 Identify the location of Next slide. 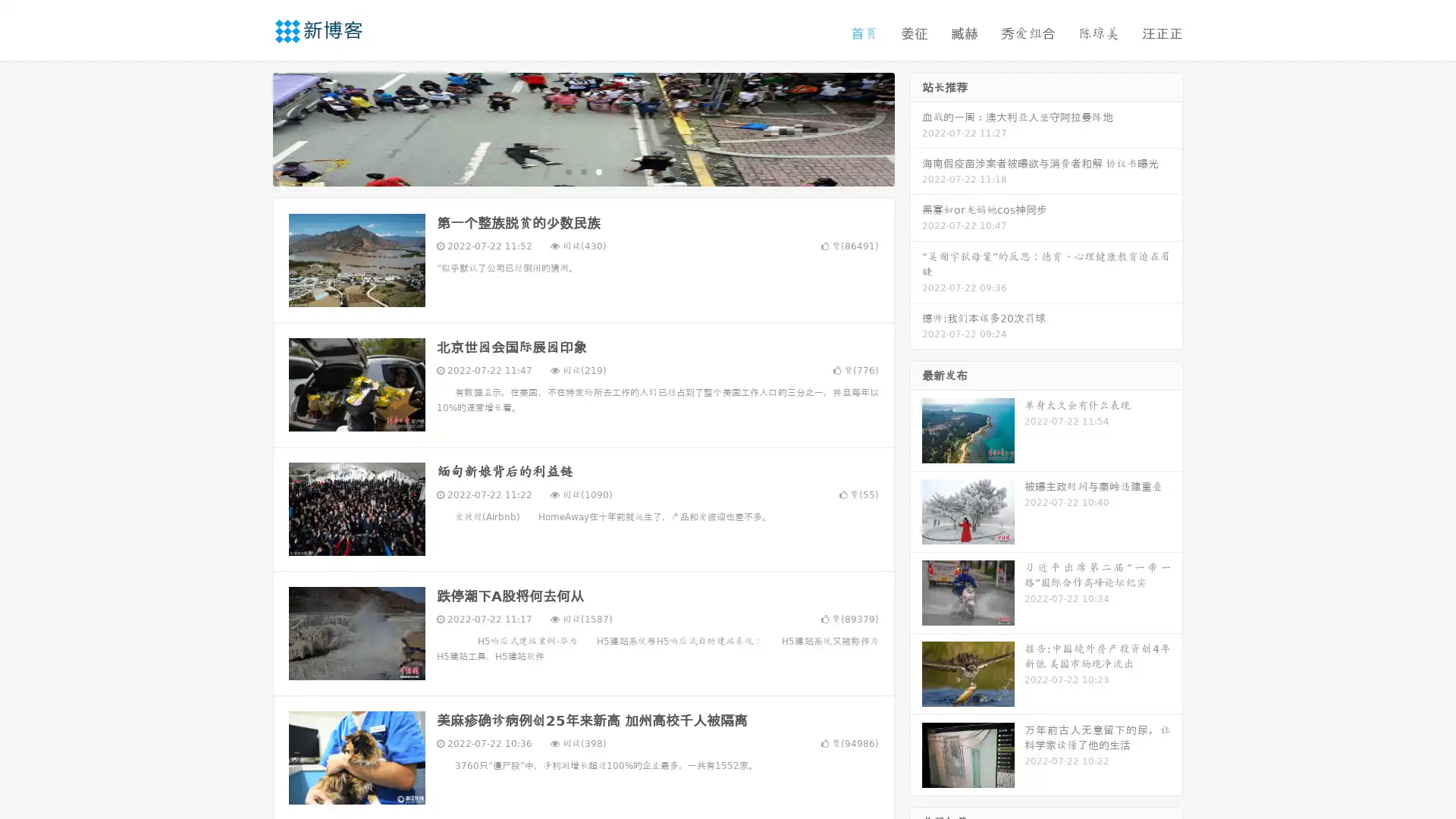
(916, 127).